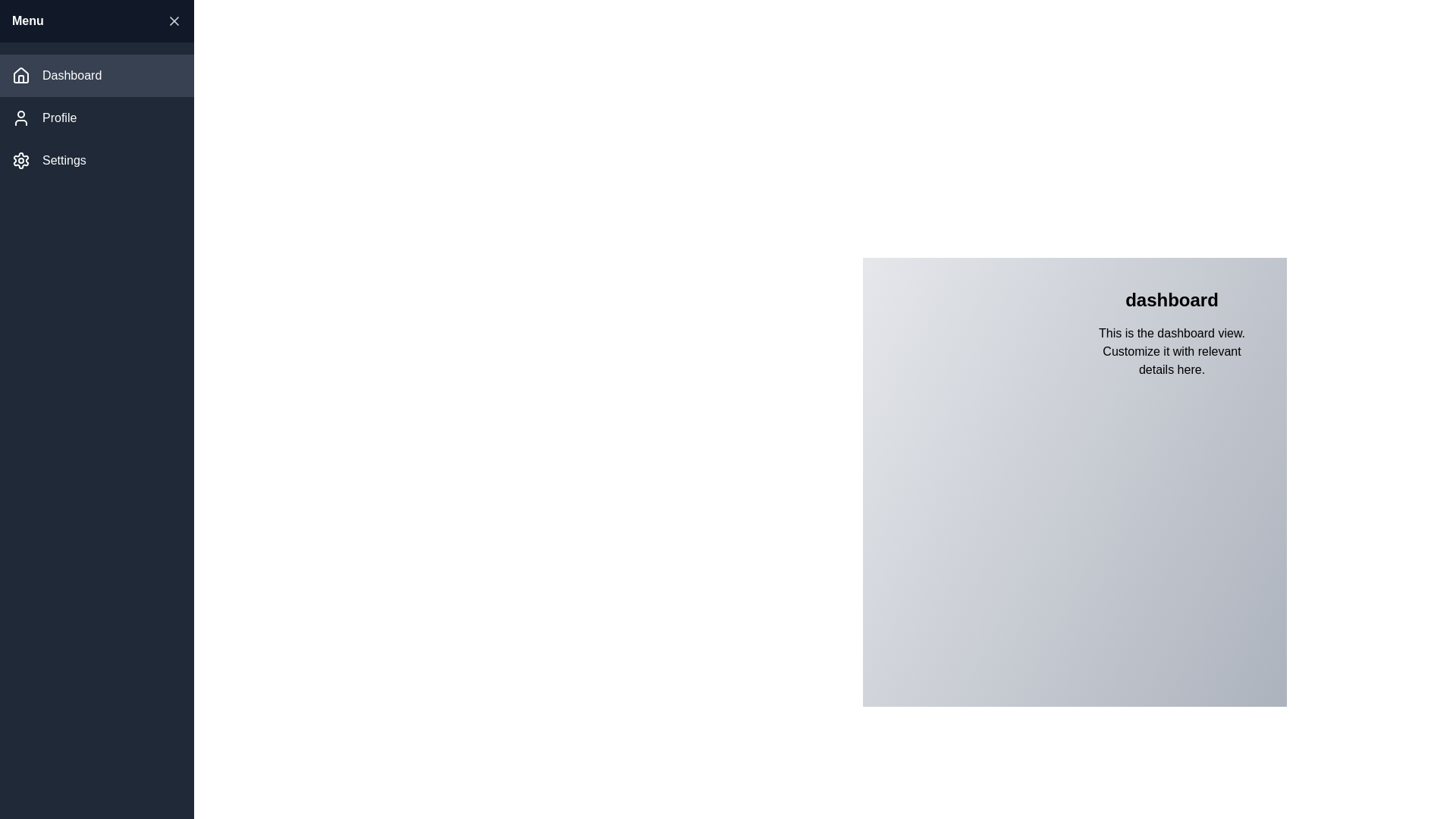  What do you see at coordinates (96, 76) in the screenshot?
I see `the menu item Dashboard` at bounding box center [96, 76].